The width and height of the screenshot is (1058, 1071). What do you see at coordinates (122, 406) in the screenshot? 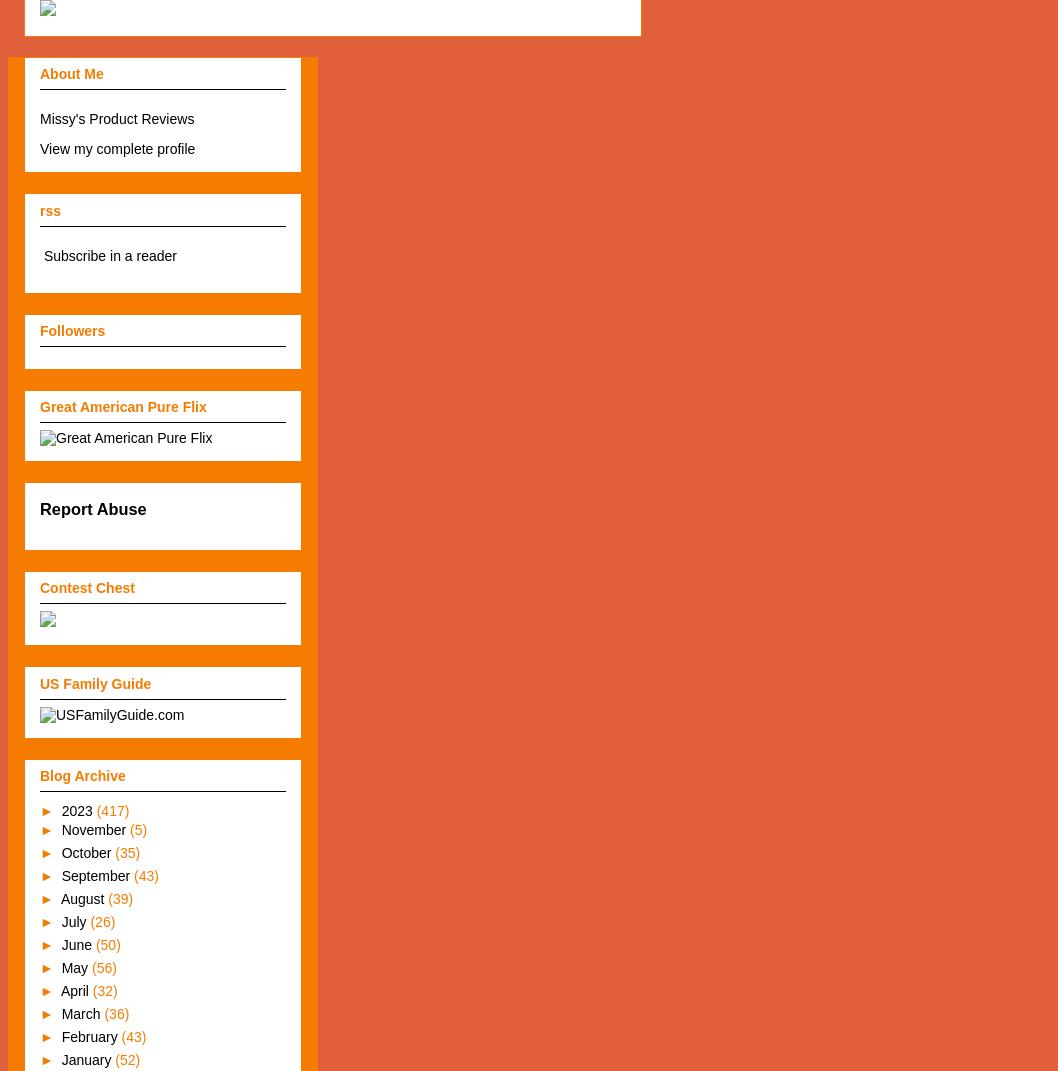
I see `'Great American Pure Flix'` at bounding box center [122, 406].